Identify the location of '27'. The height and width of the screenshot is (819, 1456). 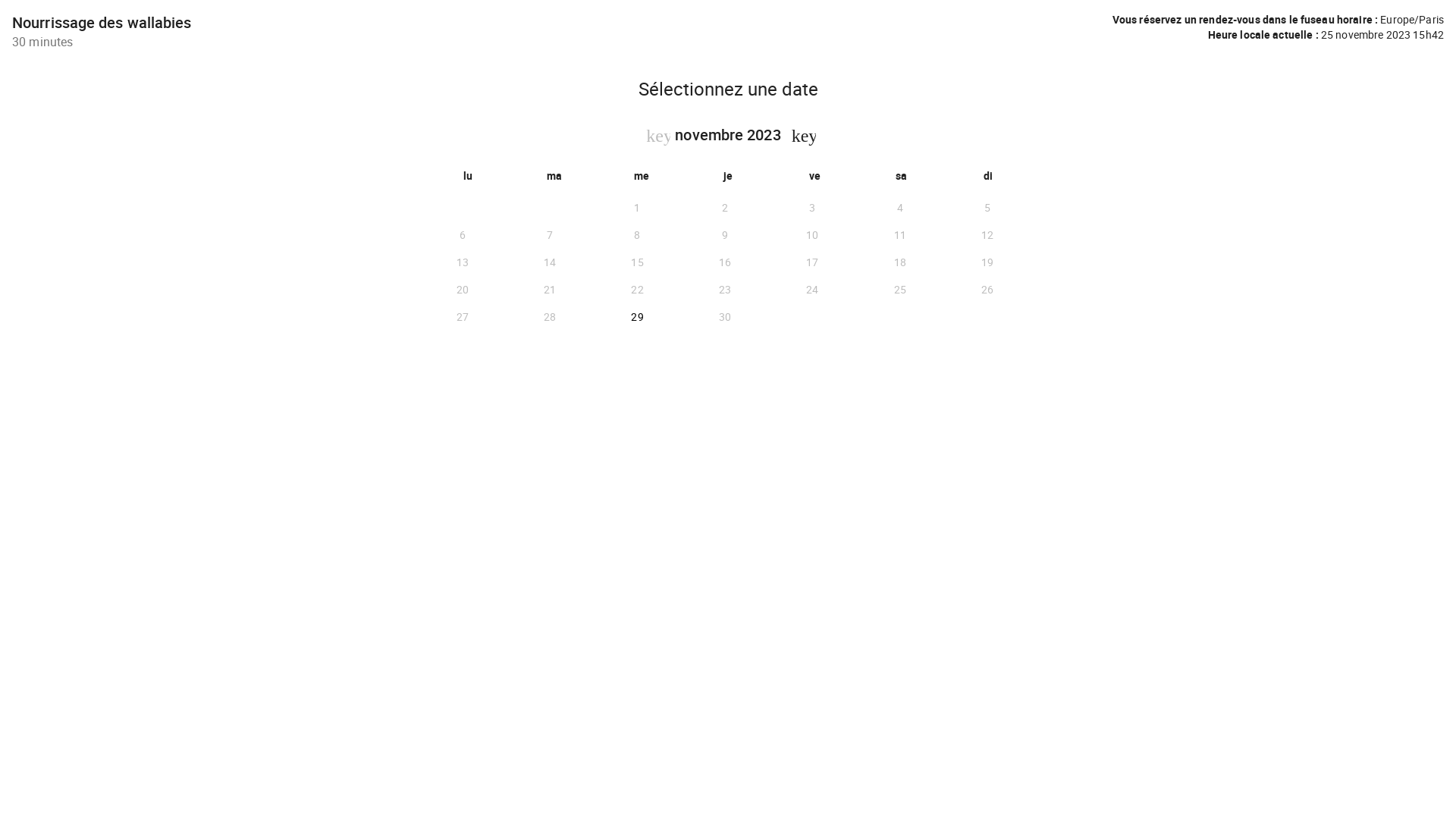
(461, 315).